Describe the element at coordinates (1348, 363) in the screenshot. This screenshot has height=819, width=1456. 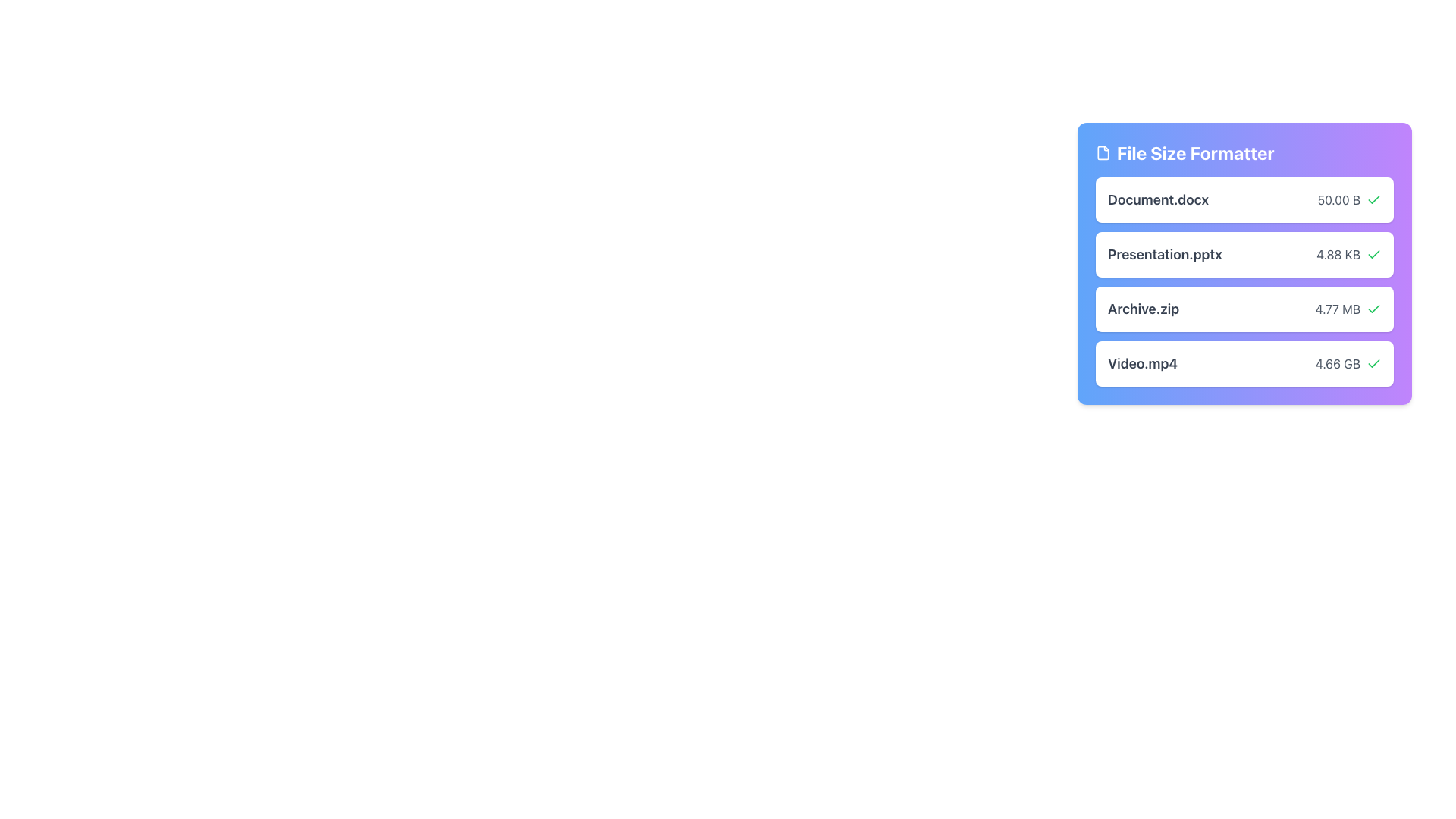
I see `the text label displaying the size of the video file 'Video.mp4', which is aligned right of the entry and has a green checkmark icon following it` at that location.